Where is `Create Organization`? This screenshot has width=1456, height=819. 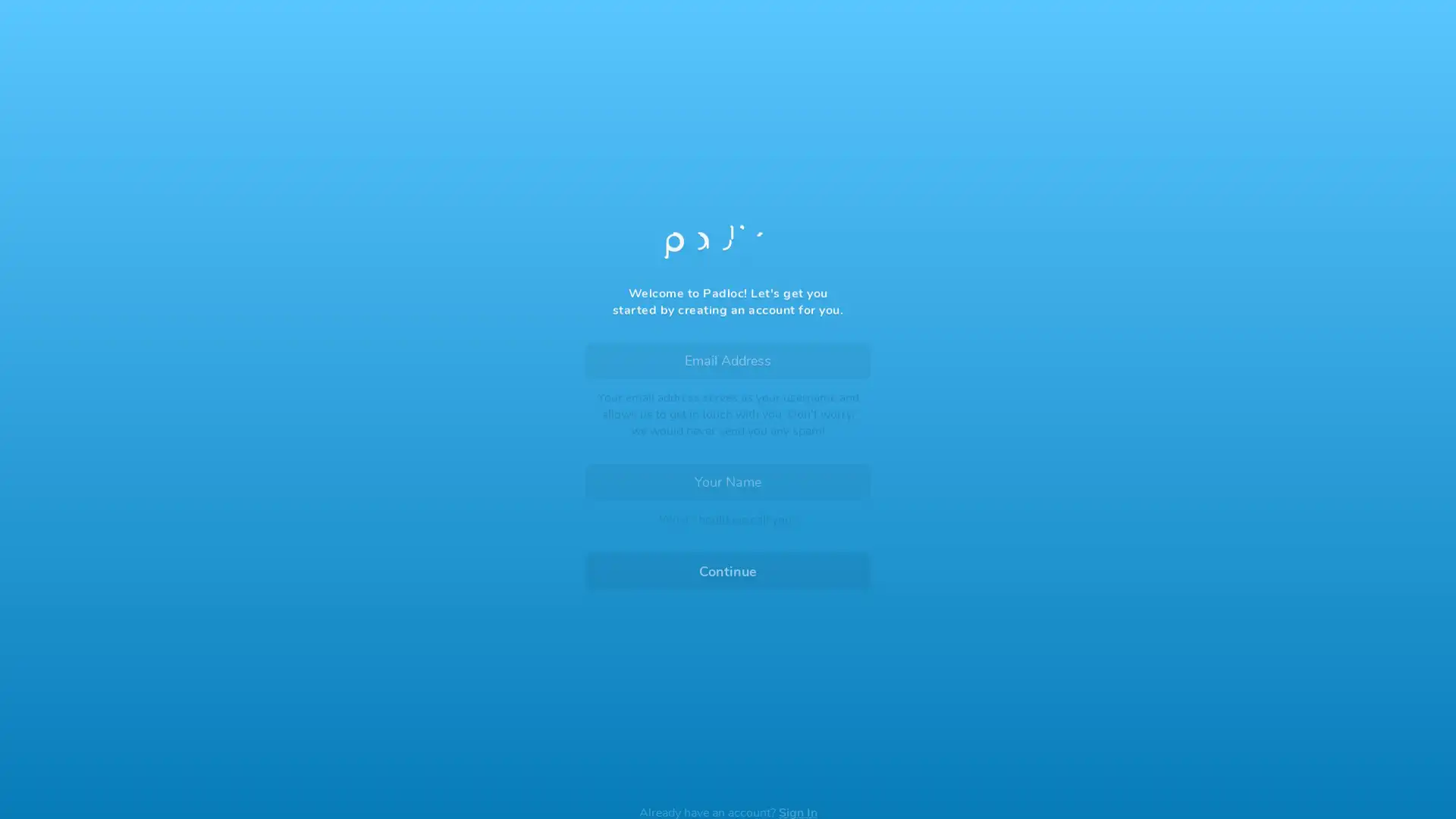
Create Organization is located at coordinates (807, 501).